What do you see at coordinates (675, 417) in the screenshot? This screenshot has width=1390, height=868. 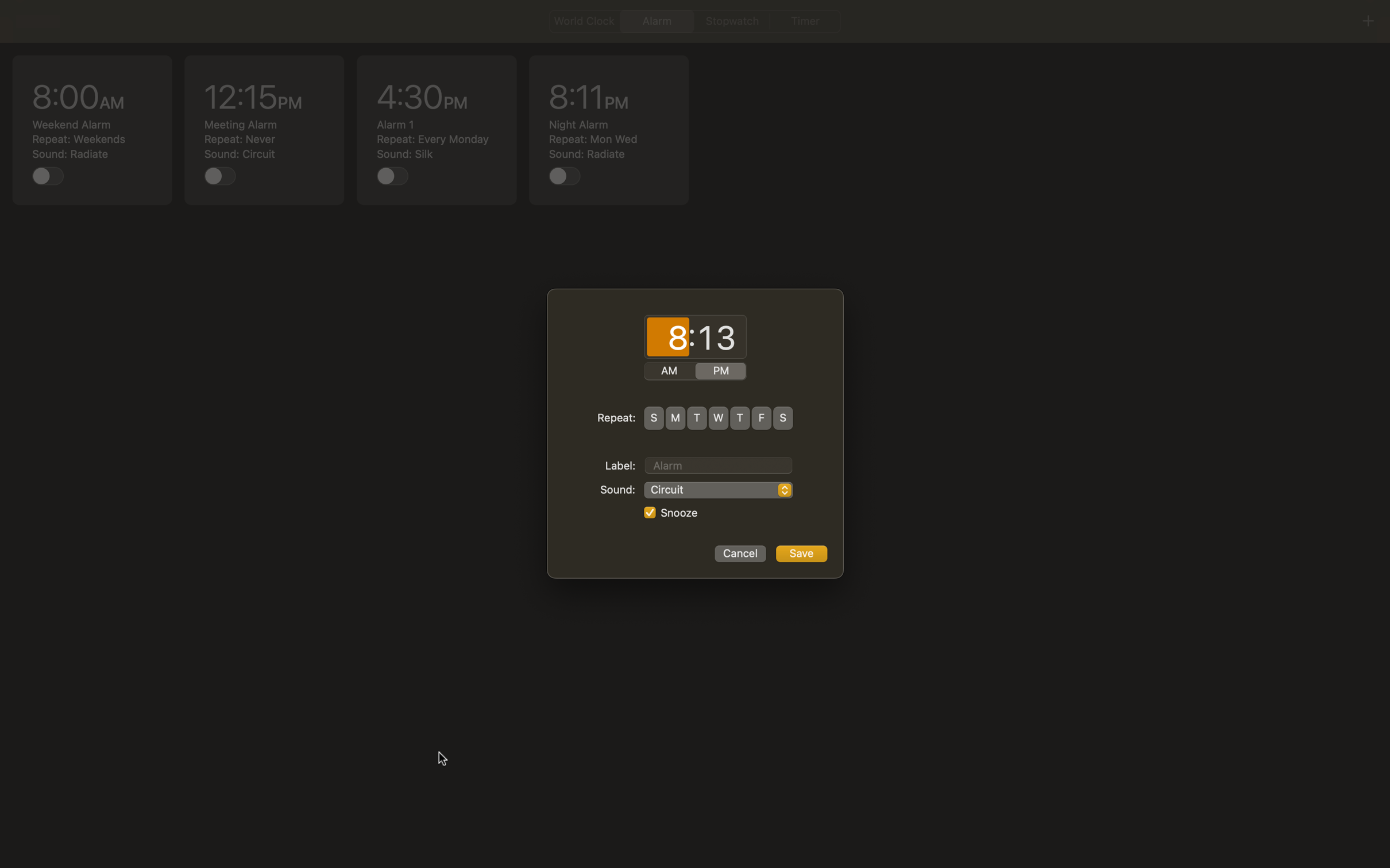 I see `Repeat alarm every weekday` at bounding box center [675, 417].